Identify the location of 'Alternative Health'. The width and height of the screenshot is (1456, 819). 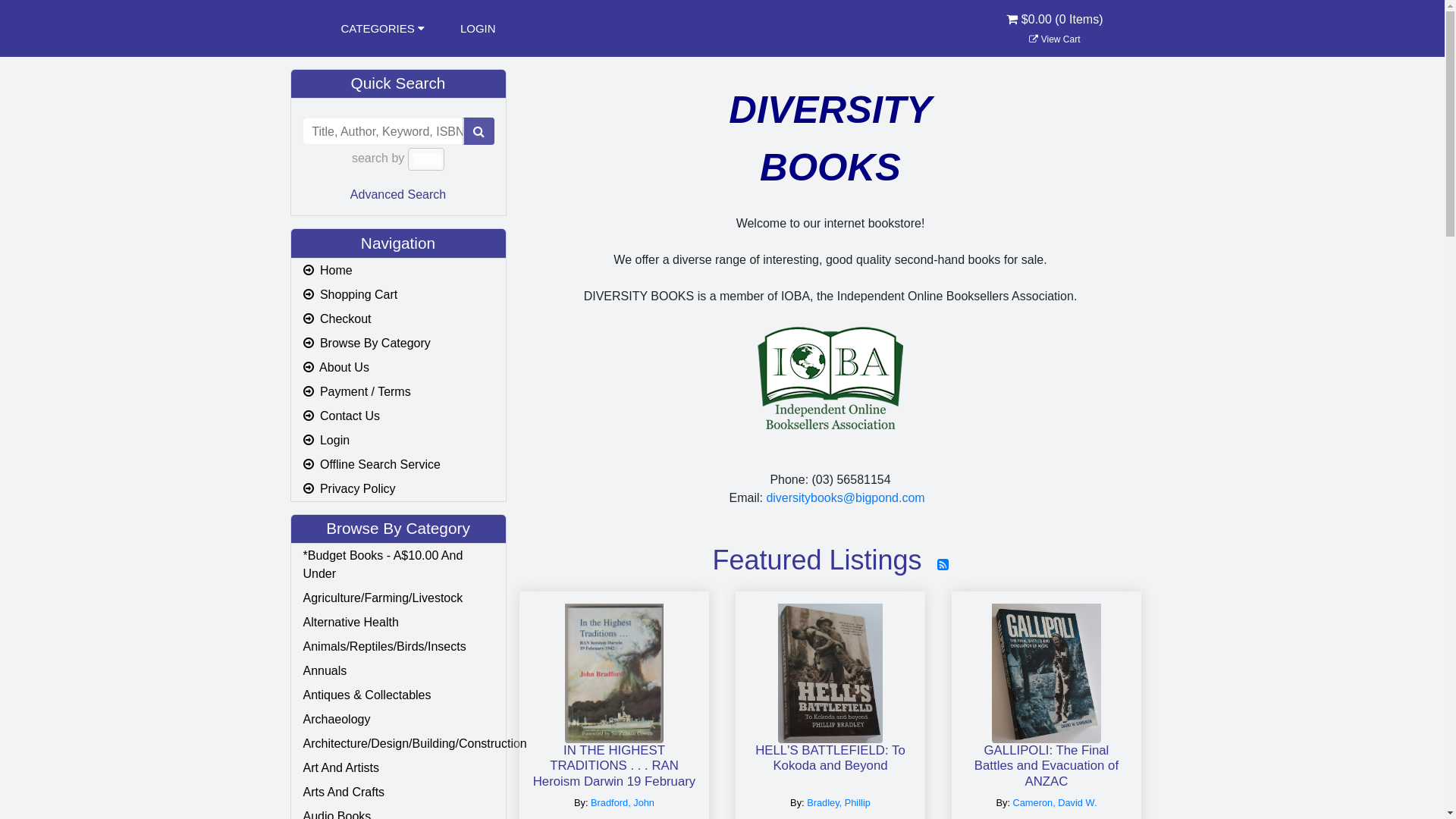
(398, 623).